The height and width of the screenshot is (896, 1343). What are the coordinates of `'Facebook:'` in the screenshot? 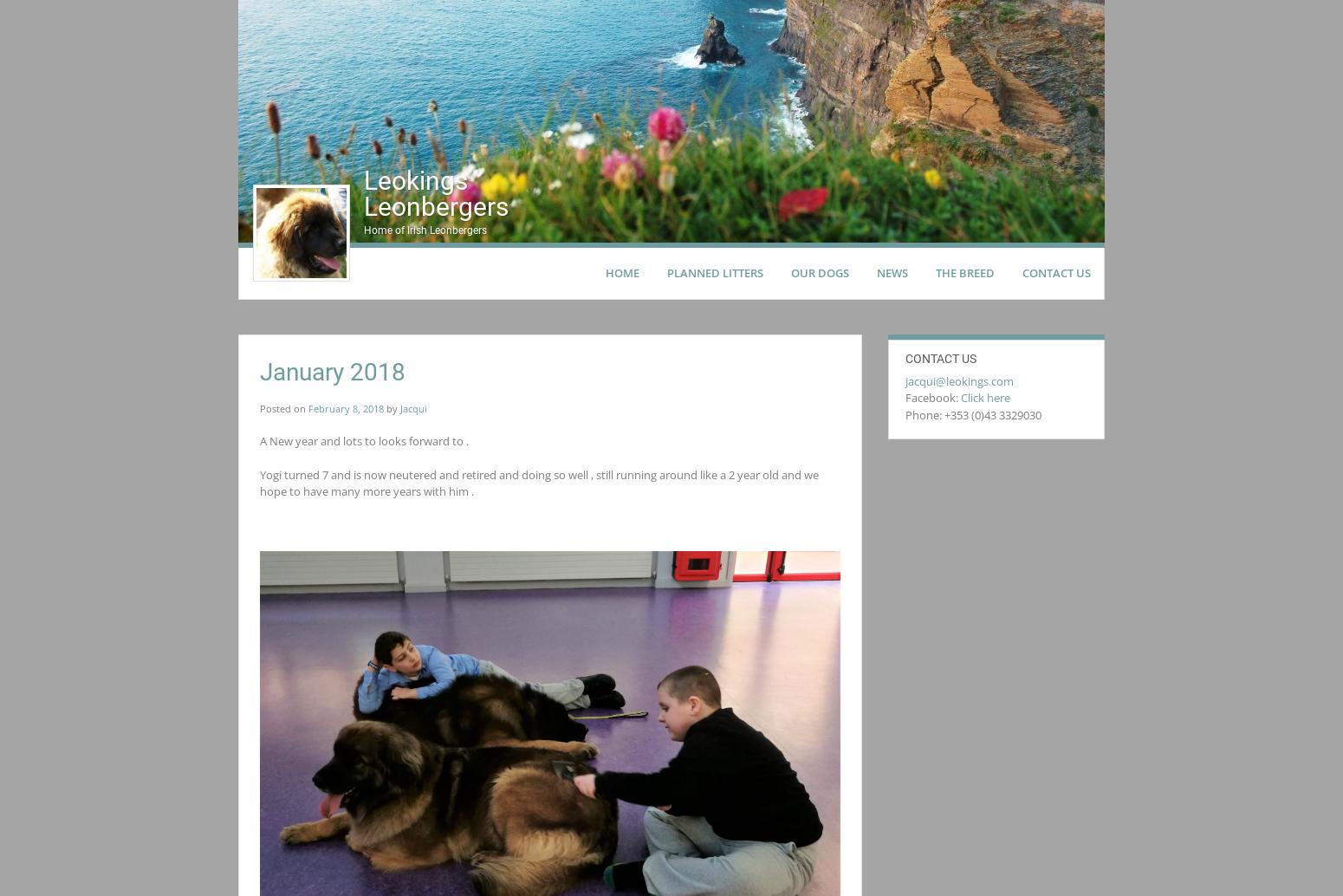 It's located at (932, 396).